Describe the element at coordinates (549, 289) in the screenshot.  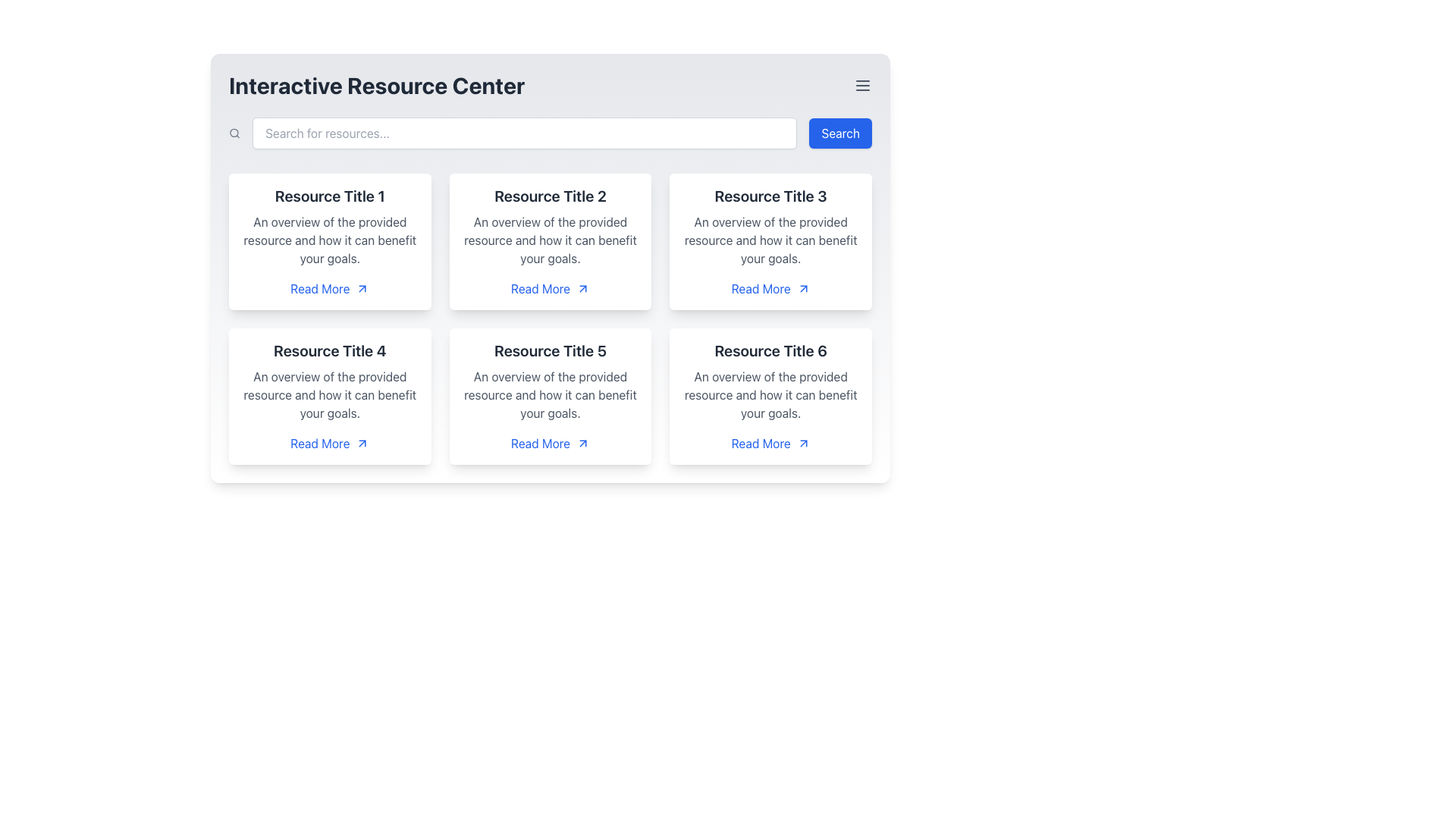
I see `the blue-colored text link 'Read More' located in the second row, second column of the grid layout, beneath the description text 'An overview of the provided resource and how it can benefit your goals.'` at that location.